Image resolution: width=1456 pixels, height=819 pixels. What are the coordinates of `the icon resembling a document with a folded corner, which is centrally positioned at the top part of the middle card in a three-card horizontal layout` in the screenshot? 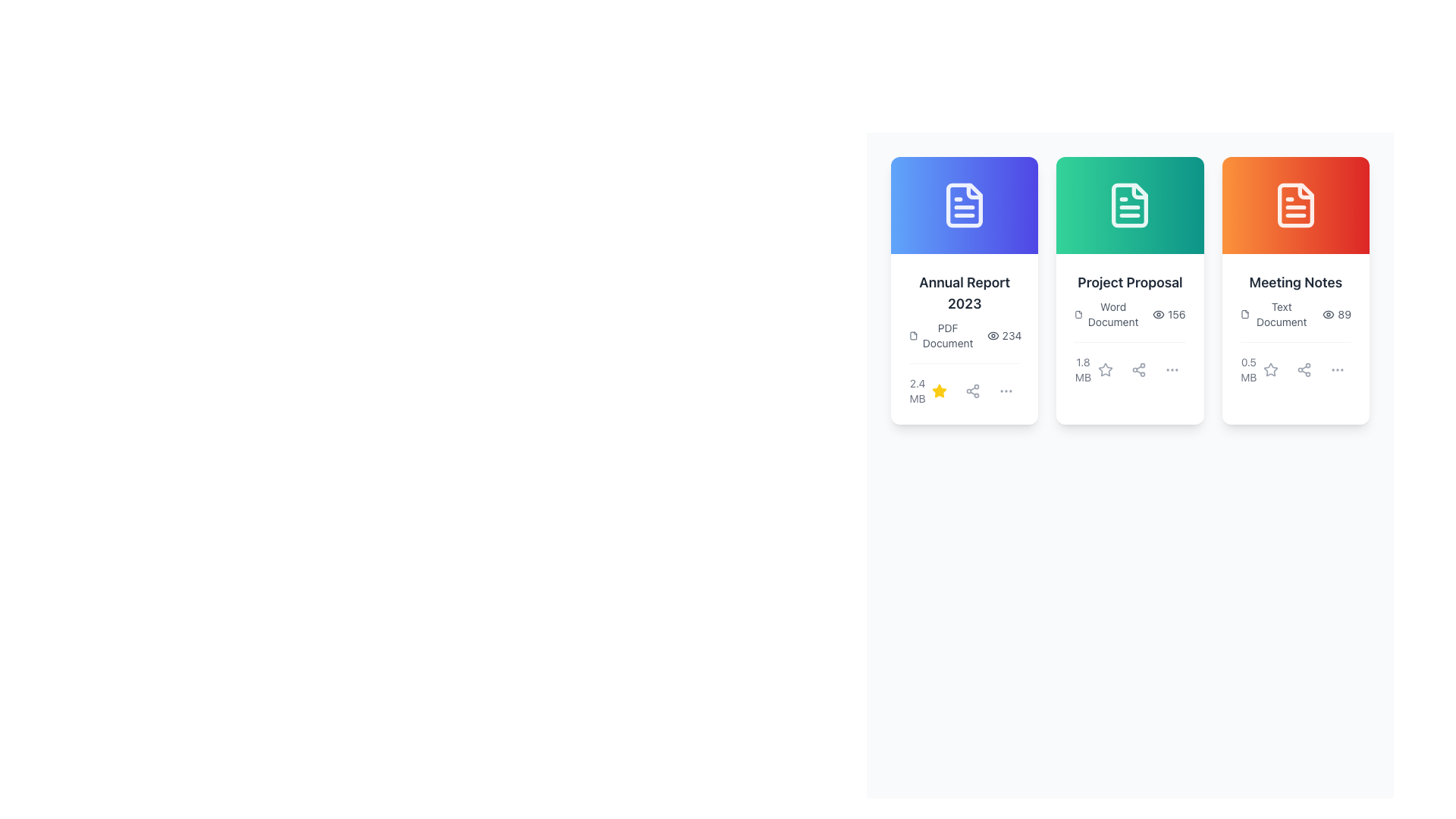 It's located at (1130, 205).